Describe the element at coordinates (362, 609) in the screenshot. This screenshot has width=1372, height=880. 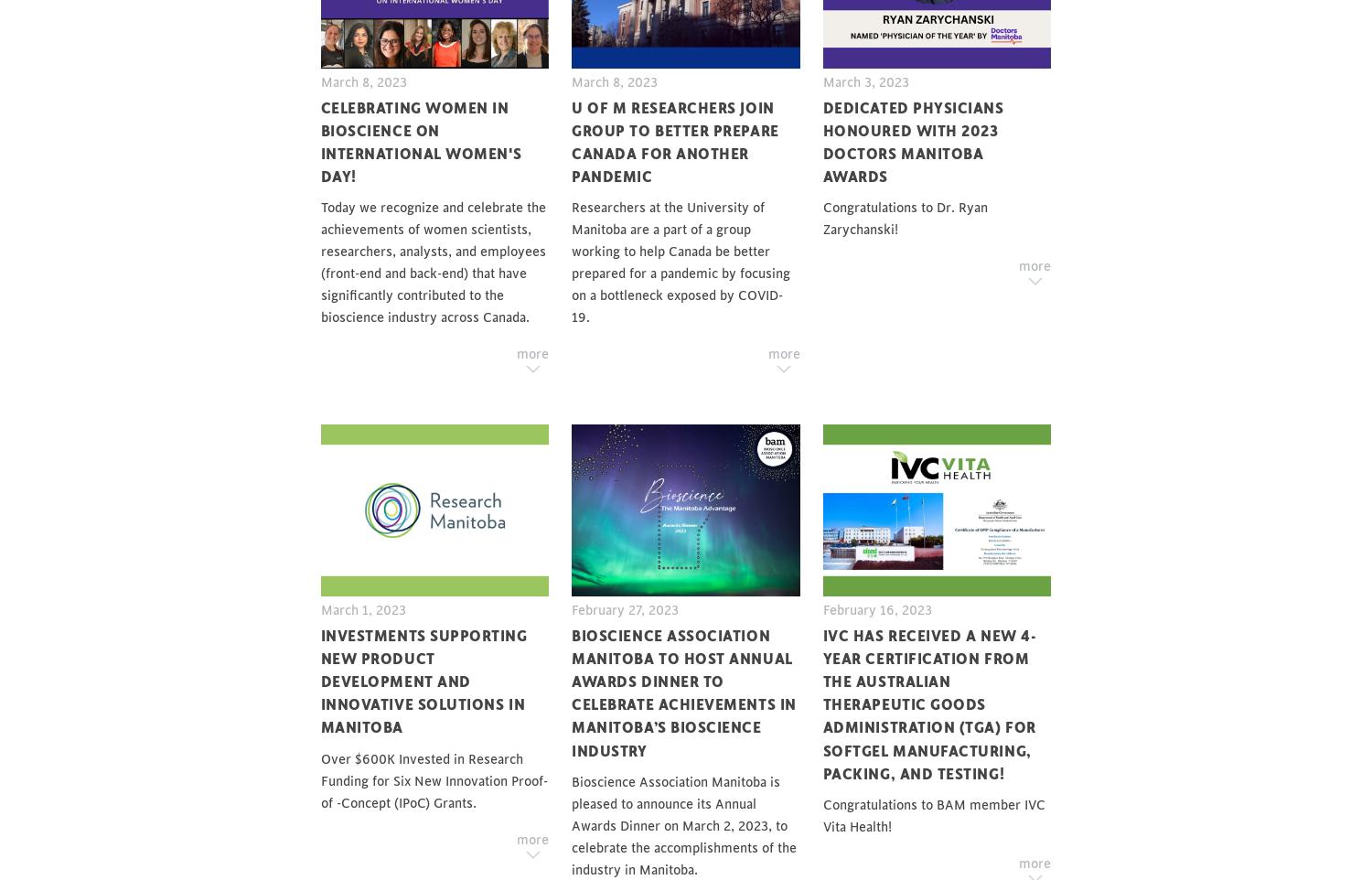
I see `'March 1, 2023'` at that location.